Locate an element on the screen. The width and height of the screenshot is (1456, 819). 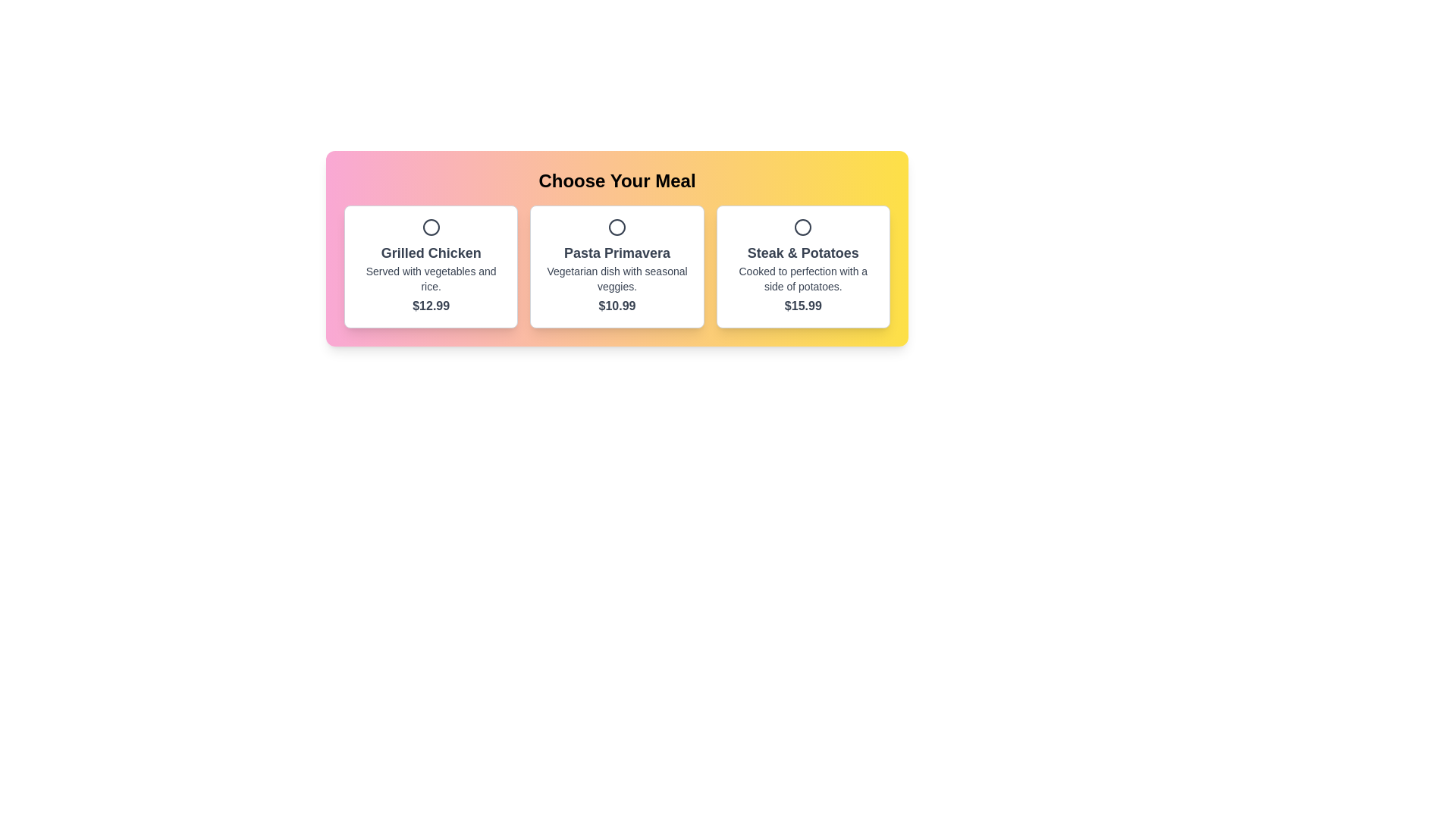
the text label displaying 'Vegetarian dish with seasonal veggies.' positioned below the title 'Pasta Primavera' and above the price '$10.99' in the middle menu card is located at coordinates (617, 278).